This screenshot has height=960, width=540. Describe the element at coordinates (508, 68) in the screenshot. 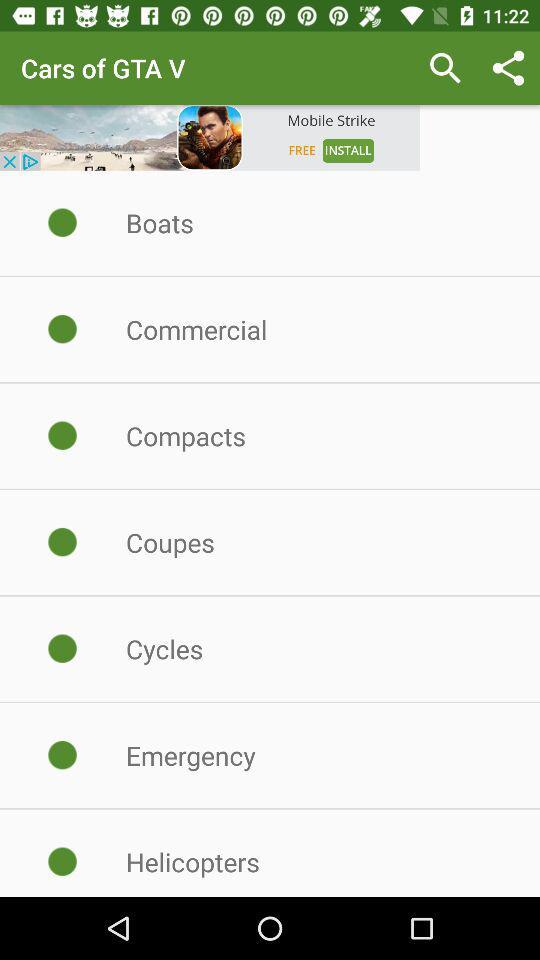

I see `the share button` at that location.